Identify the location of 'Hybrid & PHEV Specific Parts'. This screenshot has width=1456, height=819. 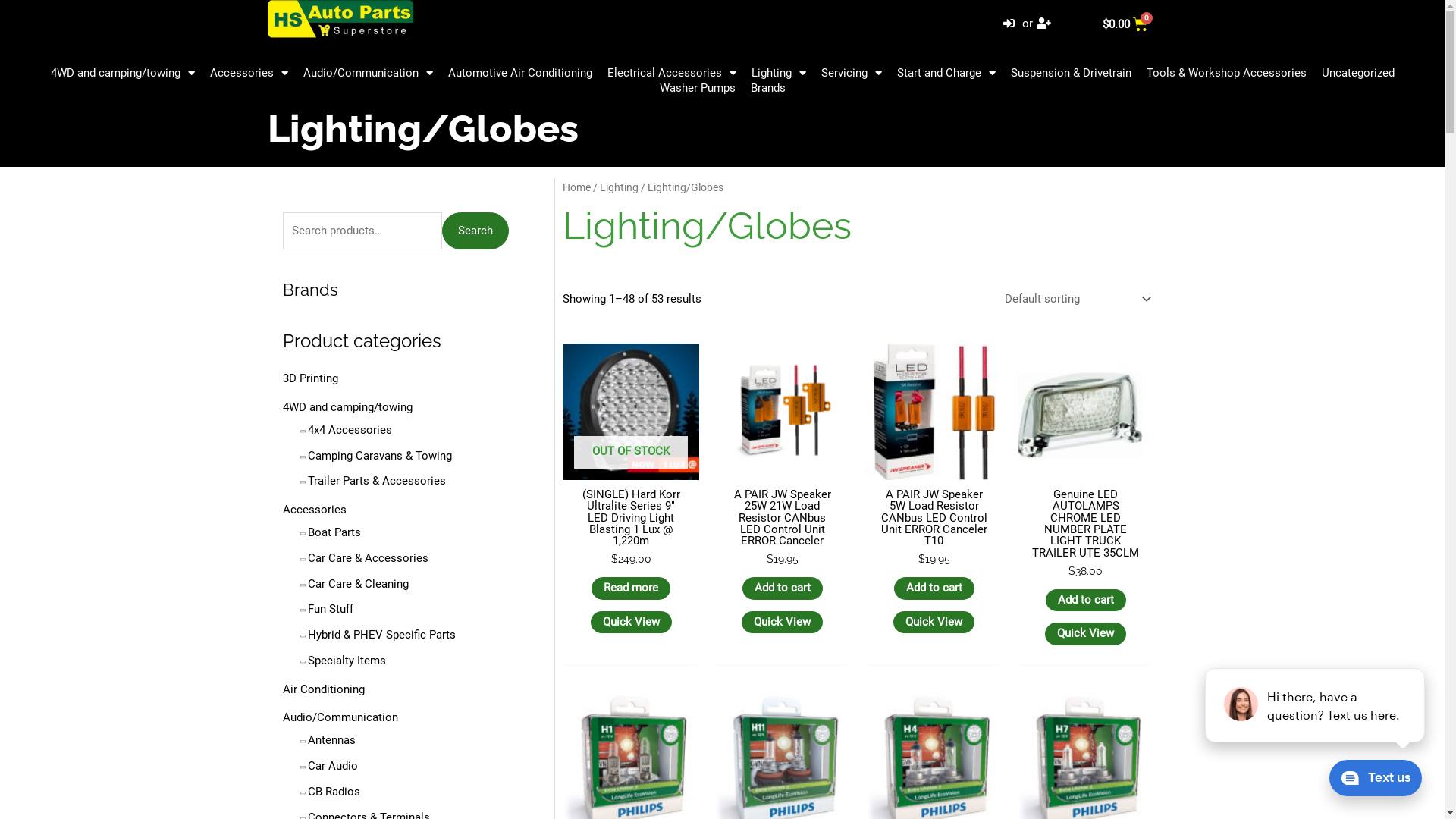
(381, 635).